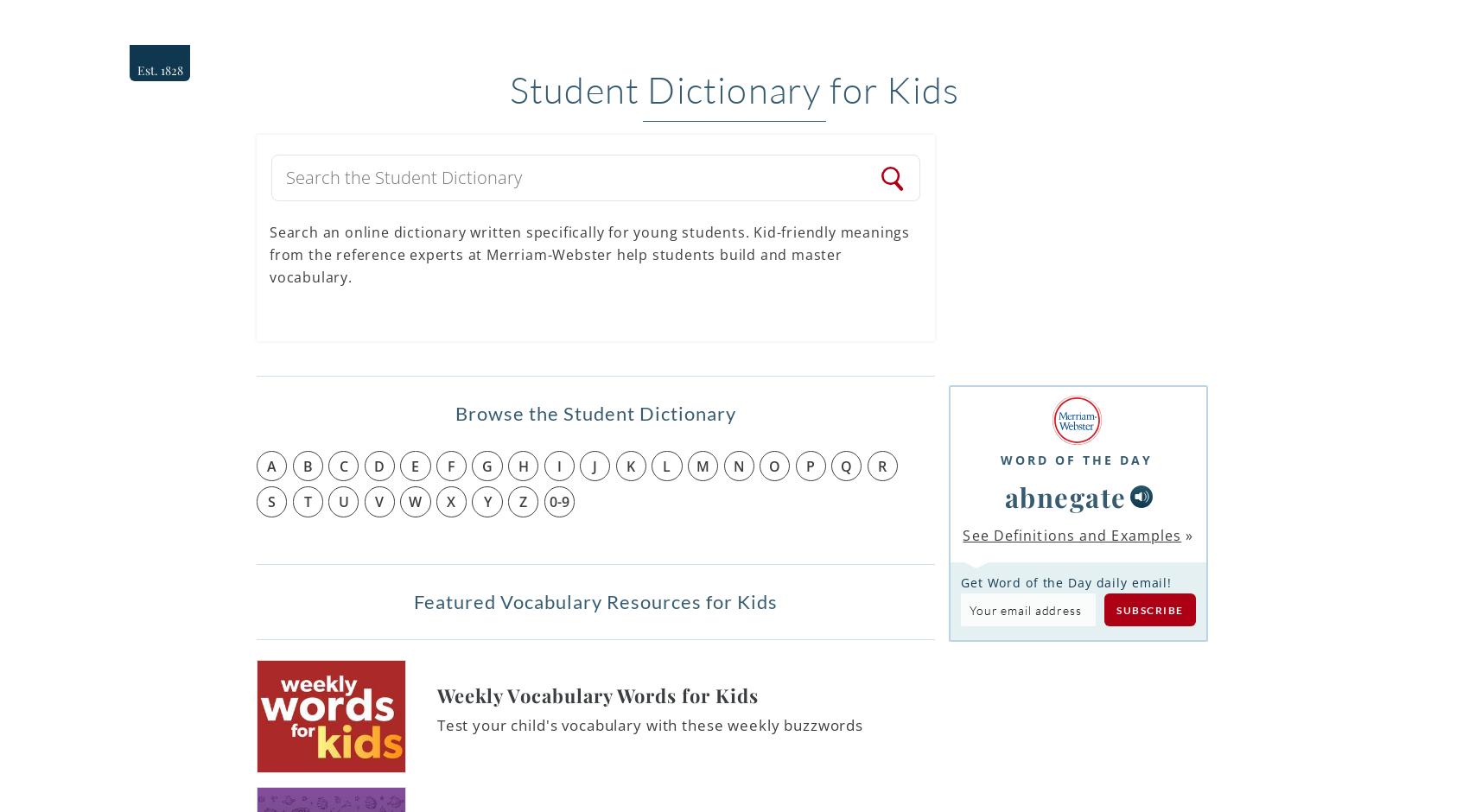  Describe the element at coordinates (1135, 346) in the screenshot. I see `'Can you outdo past winners of the National Spelli...'` at that location.